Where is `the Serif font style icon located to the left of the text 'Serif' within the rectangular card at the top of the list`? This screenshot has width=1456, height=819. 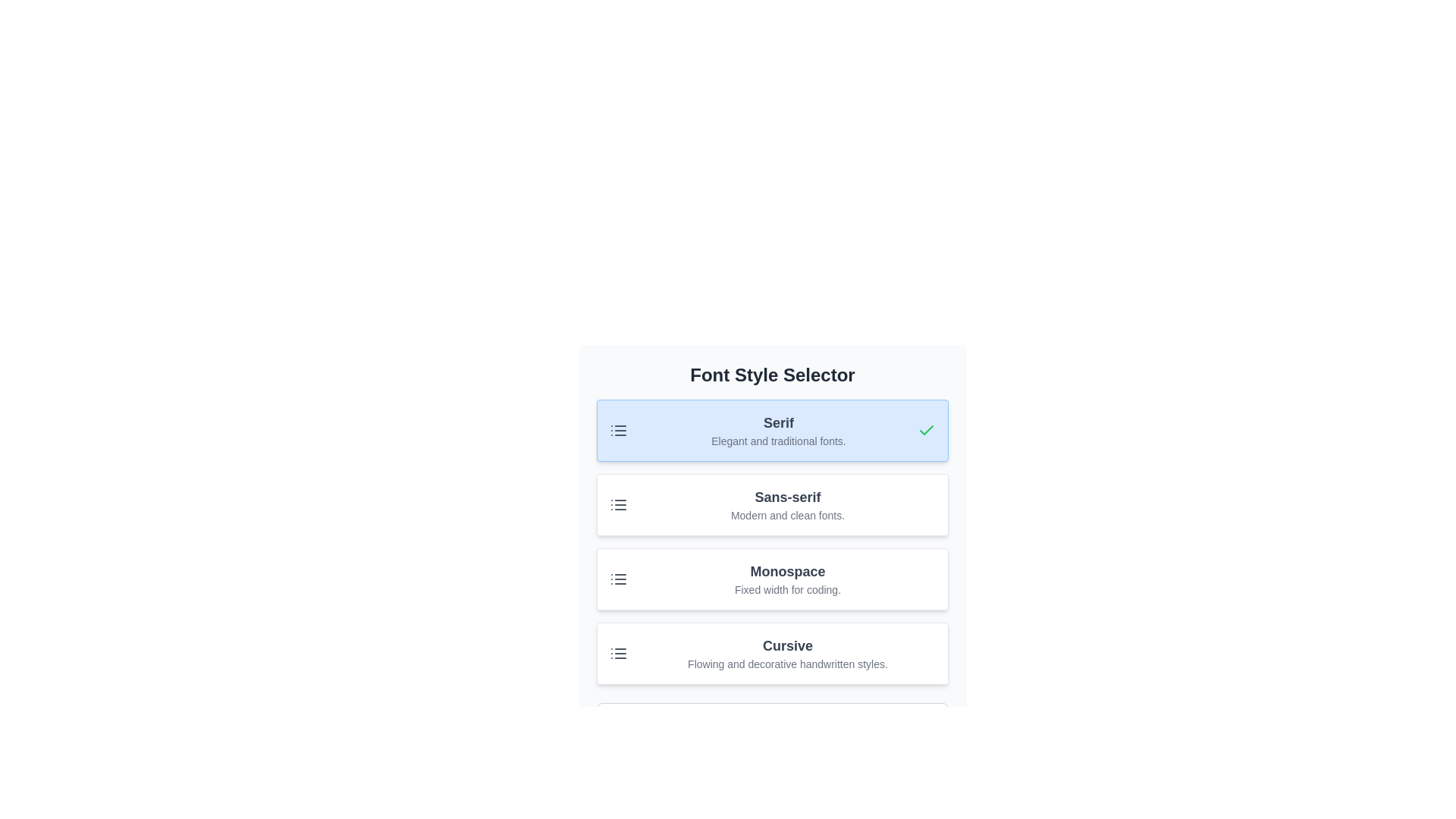 the Serif font style icon located to the left of the text 'Serif' within the rectangular card at the top of the list is located at coordinates (619, 430).